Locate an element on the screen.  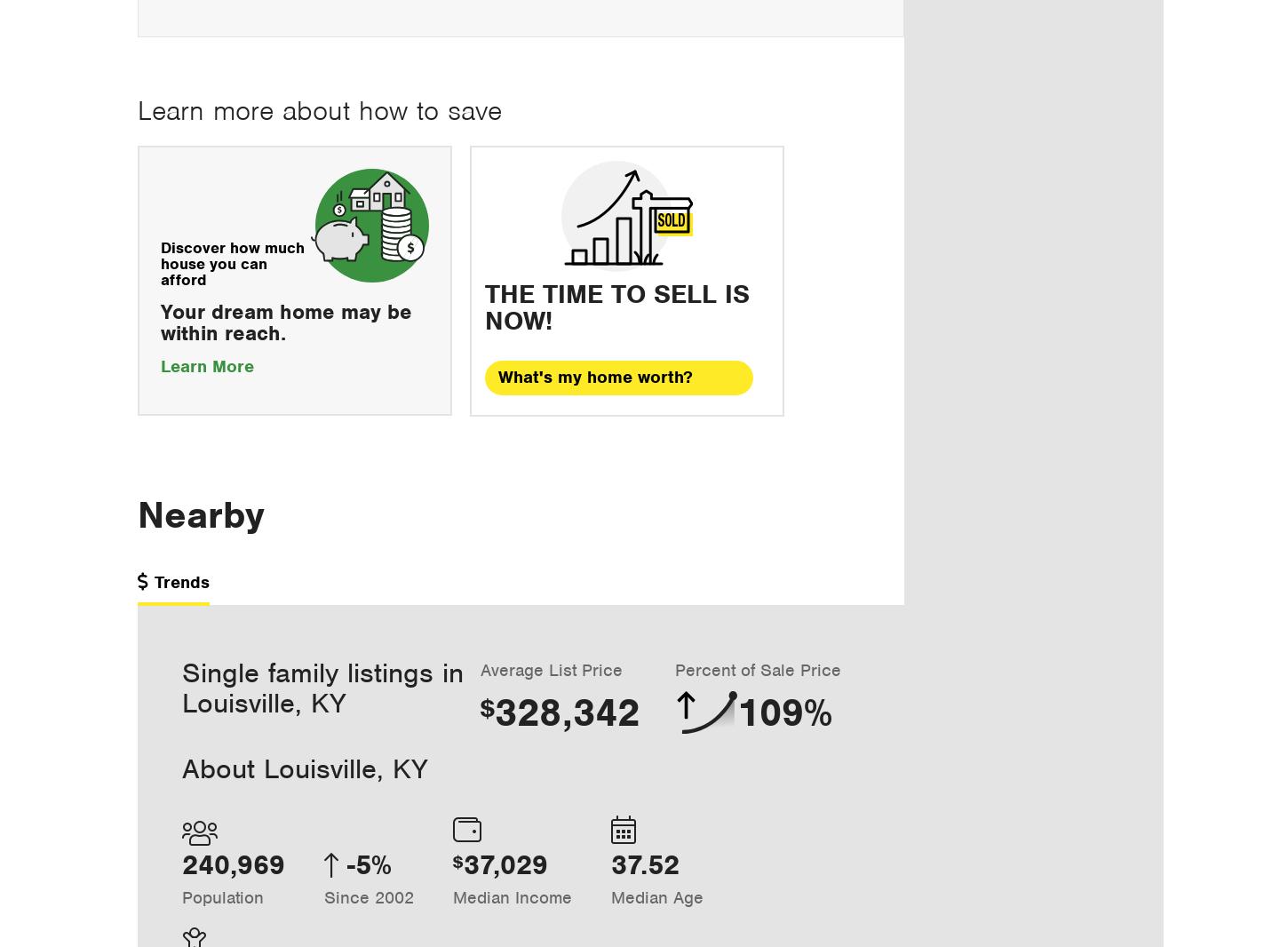
'Trends' is located at coordinates (181, 580).